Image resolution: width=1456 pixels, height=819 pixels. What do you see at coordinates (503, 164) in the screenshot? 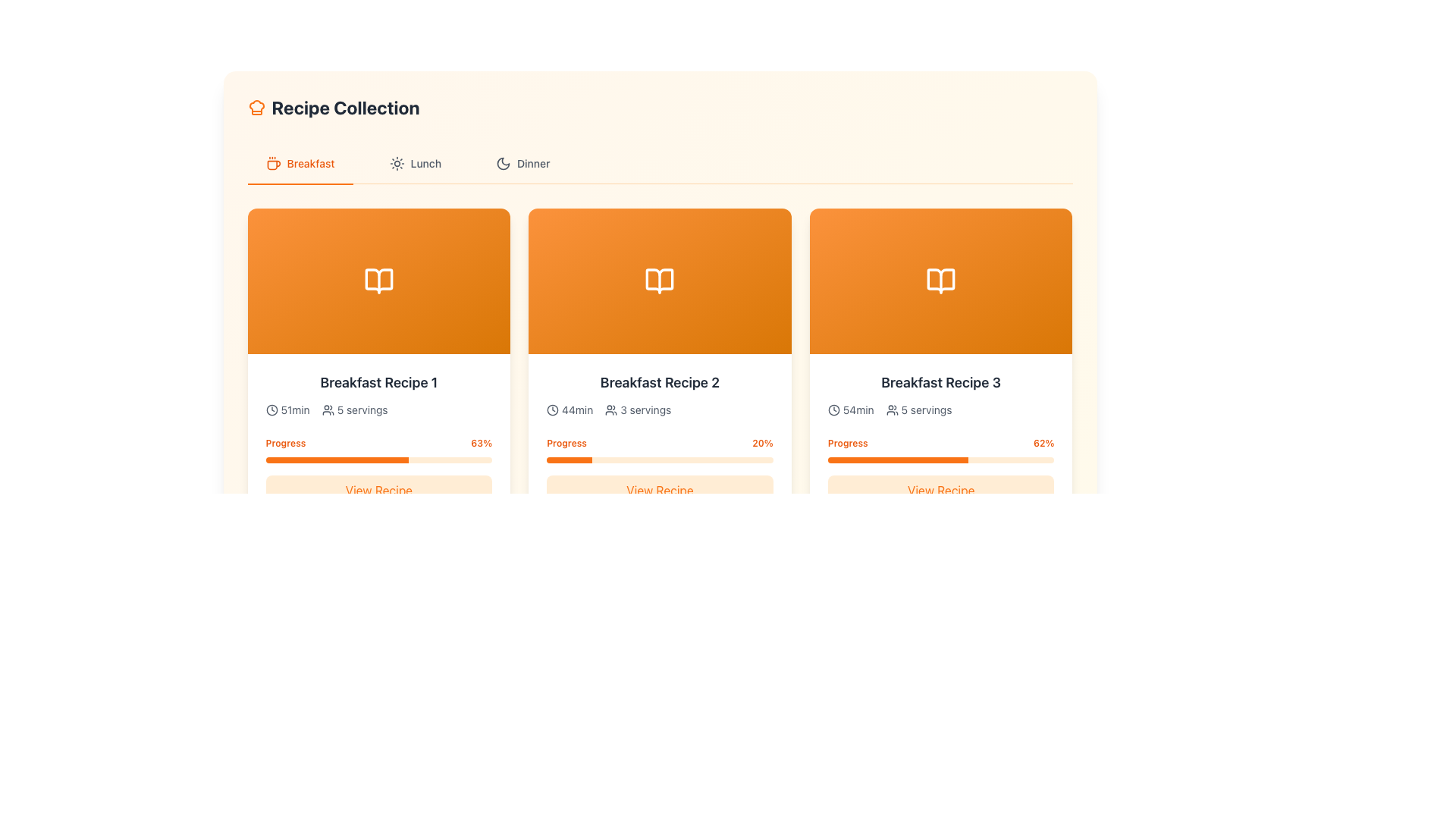
I see `the small crescent moon icon located to the left of the 'Dinner' text in the interactive menu bar` at bounding box center [503, 164].